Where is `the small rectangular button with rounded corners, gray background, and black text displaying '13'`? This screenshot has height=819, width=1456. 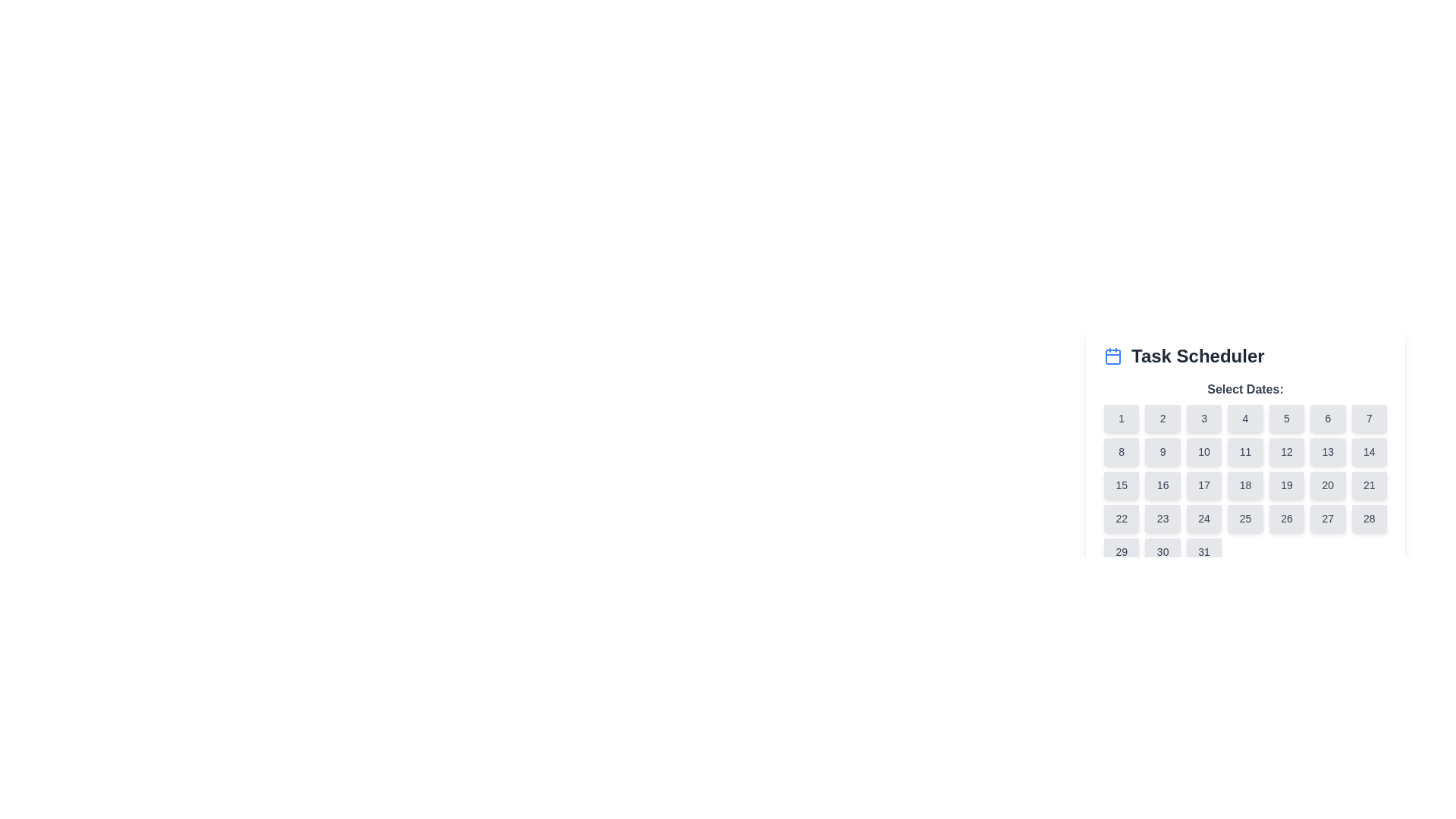
the small rectangular button with rounded corners, gray background, and black text displaying '13' is located at coordinates (1327, 451).